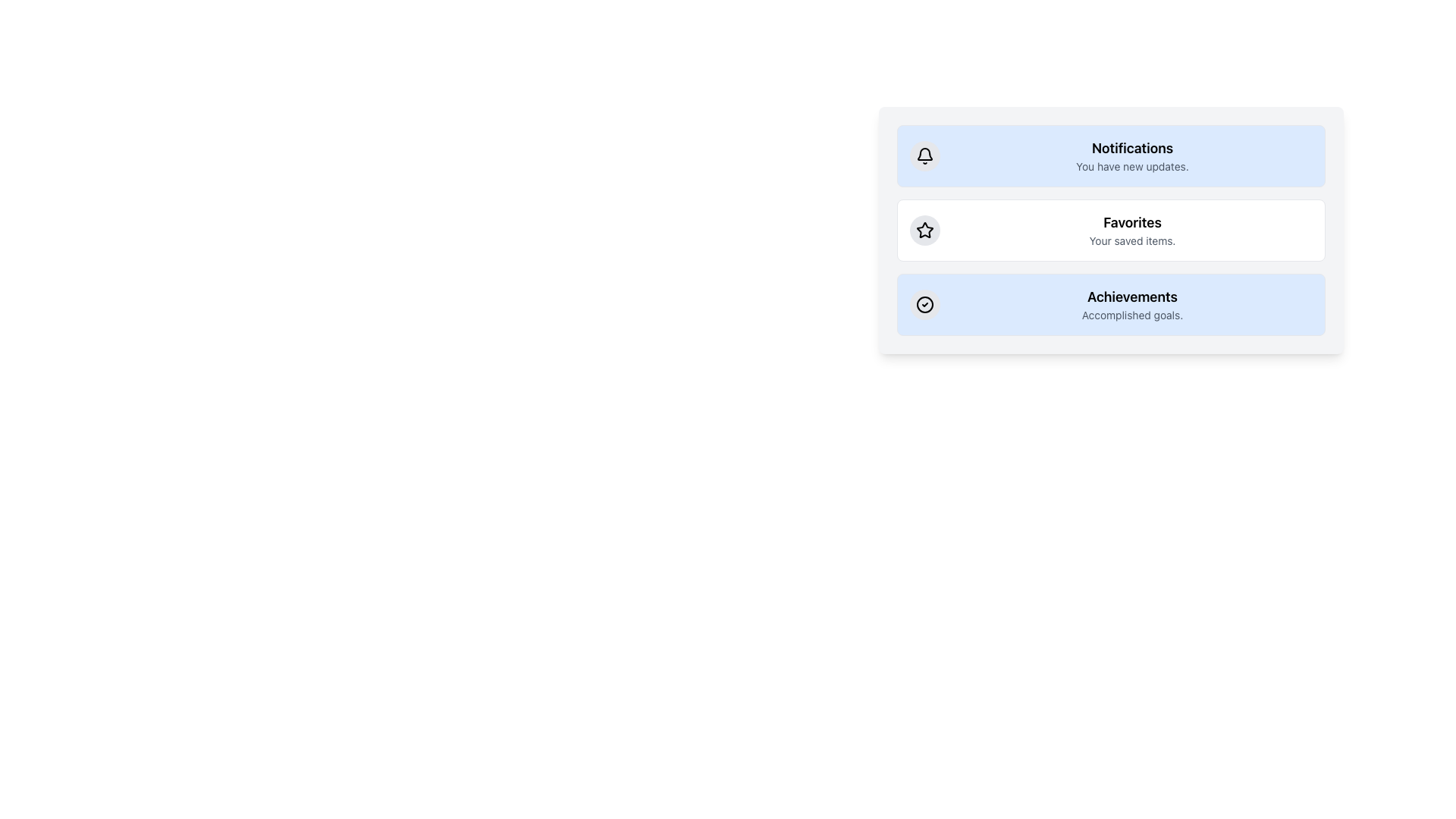 This screenshot has height=819, width=1456. Describe the element at coordinates (1132, 231) in the screenshot. I see `the 'Favorites' textual label element that indicates 'Your saved items.'` at that location.